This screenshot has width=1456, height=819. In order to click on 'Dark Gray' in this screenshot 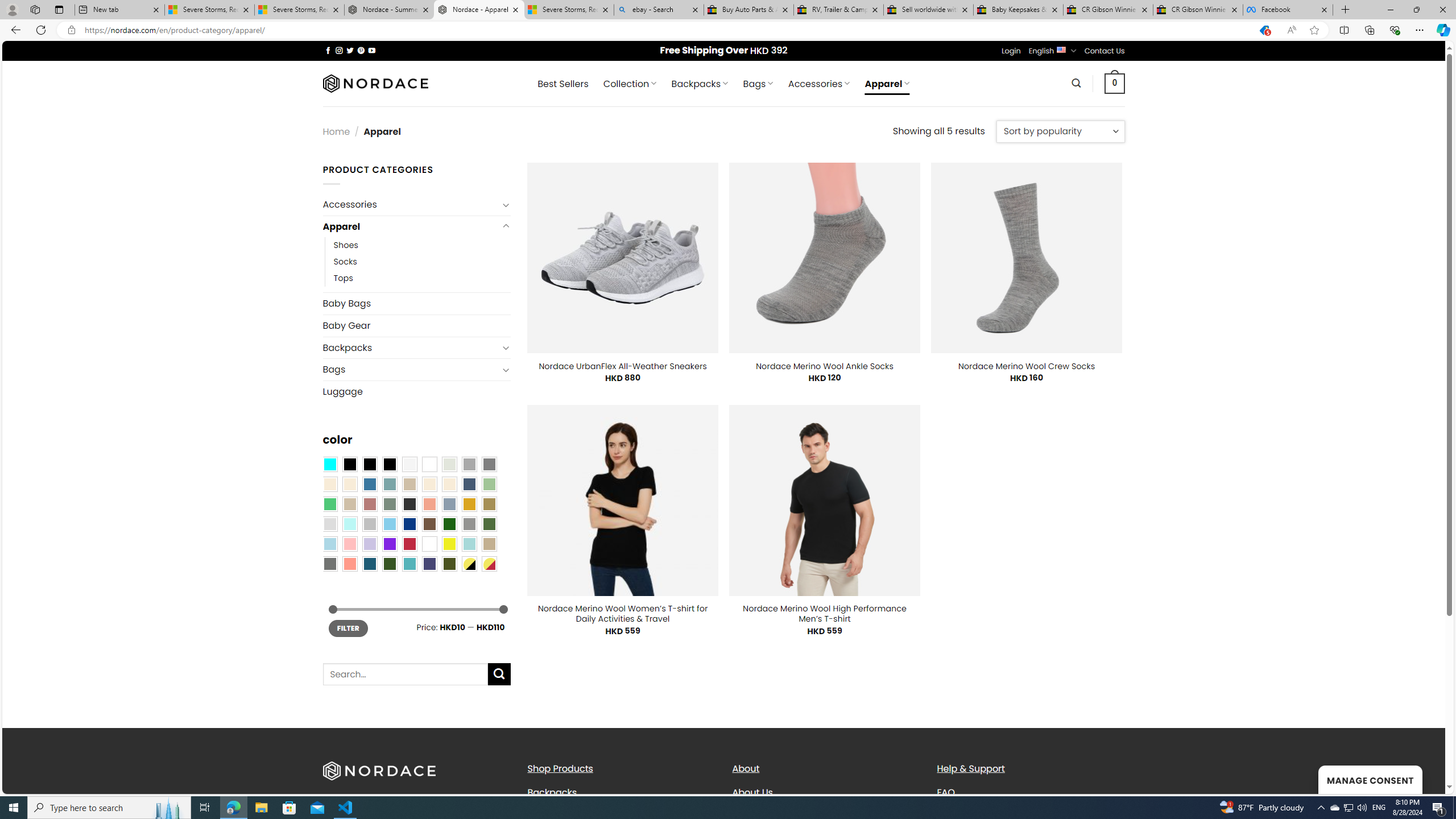, I will do `click(468, 464)`.